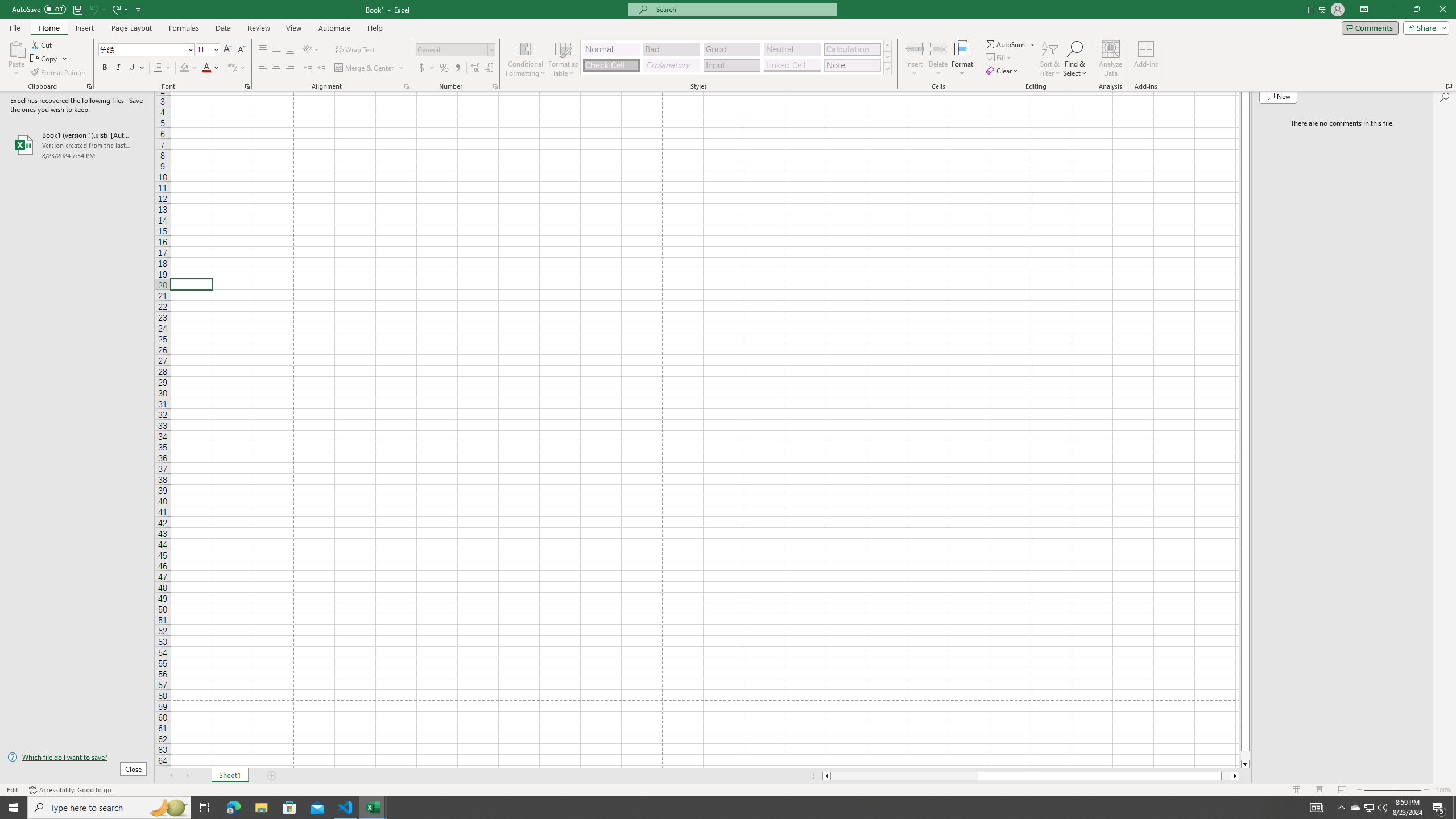 This screenshot has height=819, width=1456. Describe the element at coordinates (109, 806) in the screenshot. I see `'Type here to search'` at that location.